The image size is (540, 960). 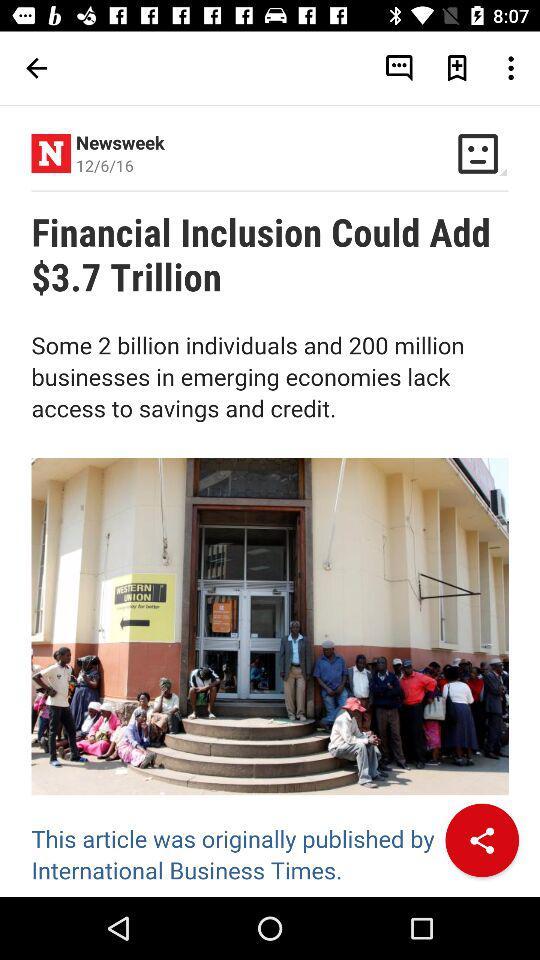 I want to click on the button which is next to the comment button, so click(x=457, y=68).